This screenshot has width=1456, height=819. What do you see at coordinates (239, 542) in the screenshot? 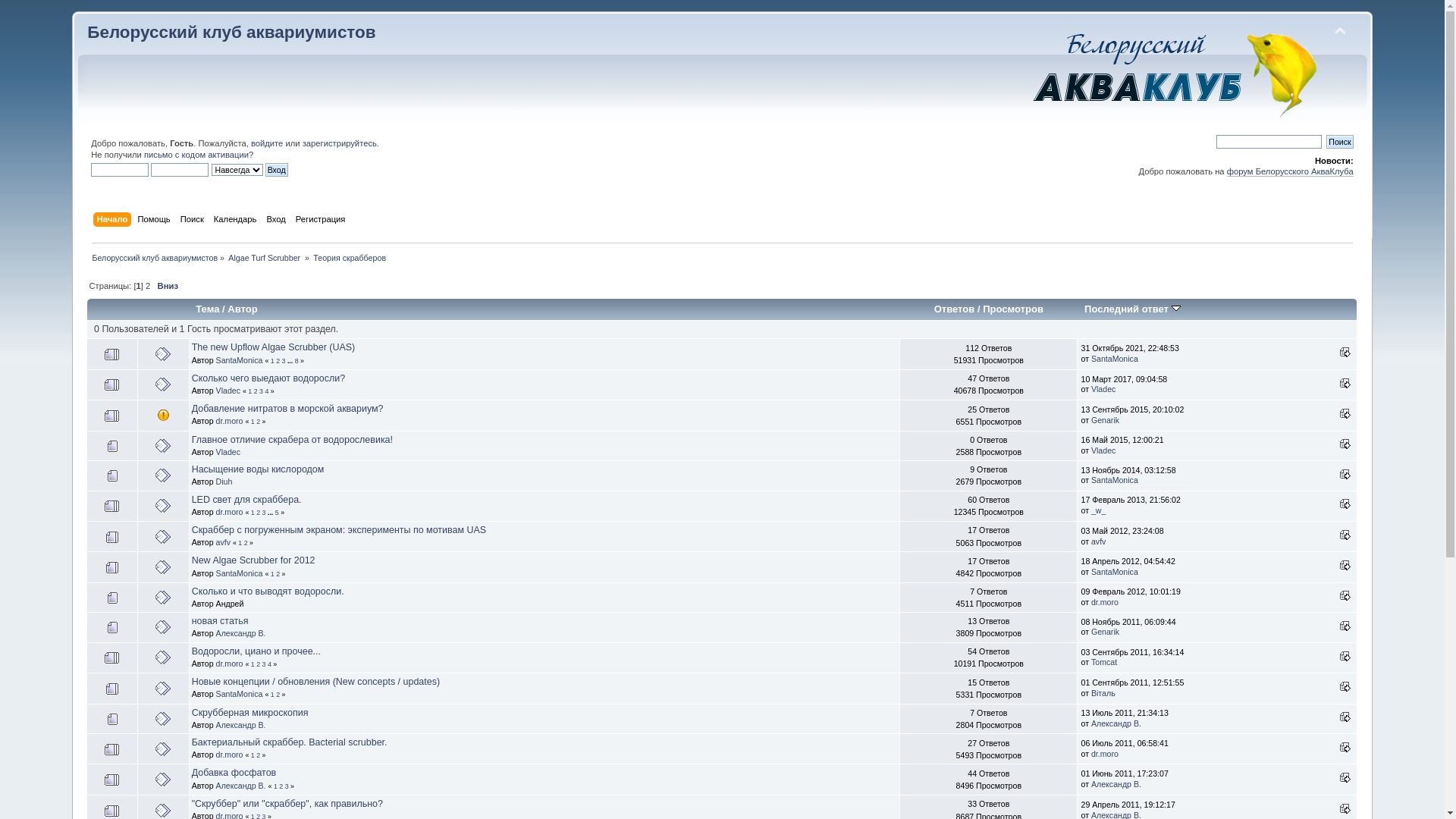
I see `'1'` at bounding box center [239, 542].